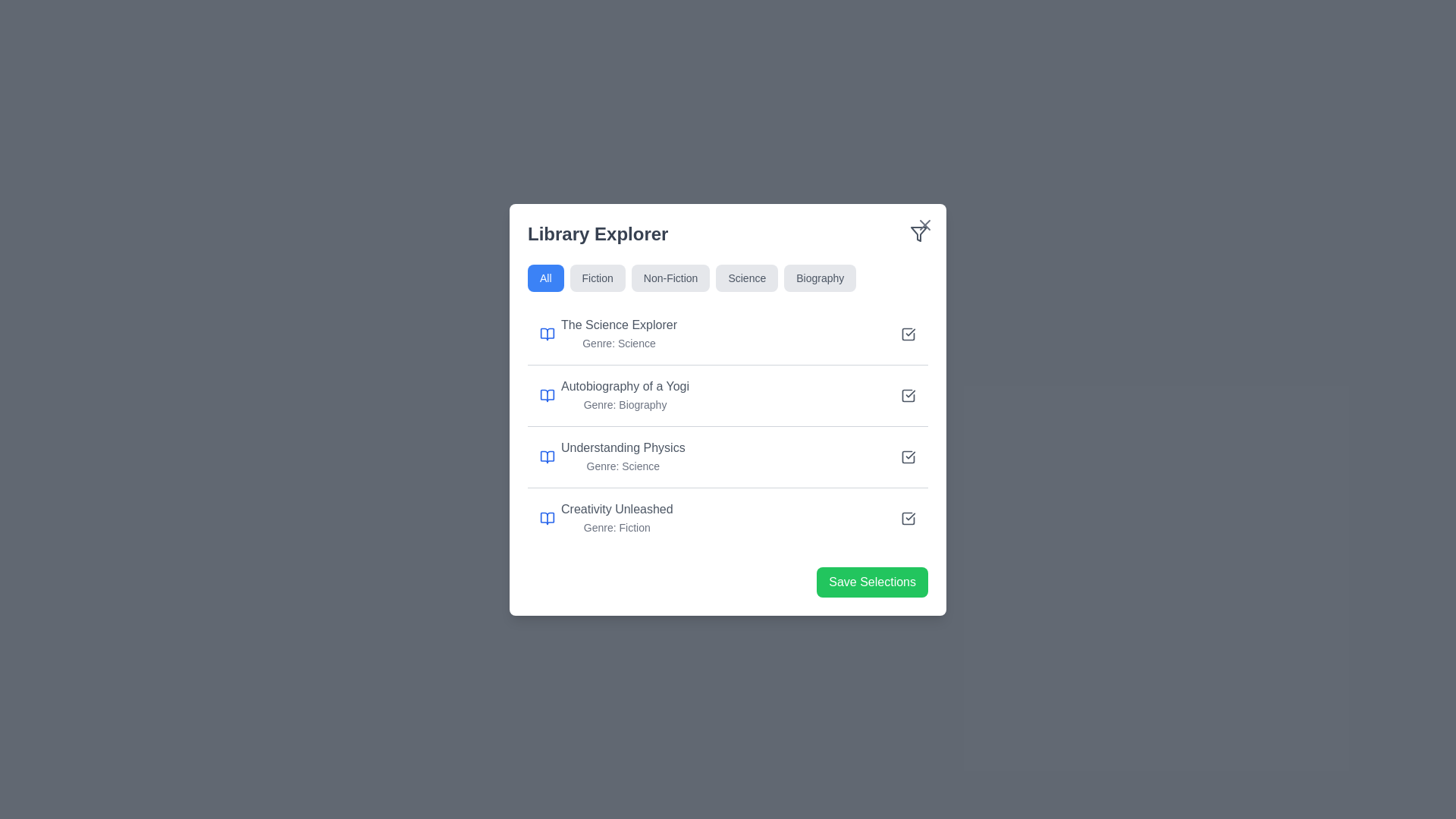 The image size is (1456, 819). I want to click on the 'Library Explorer' text label, which serves as a heading for the section, located at the top-left corner of the card-like component, so click(597, 234).